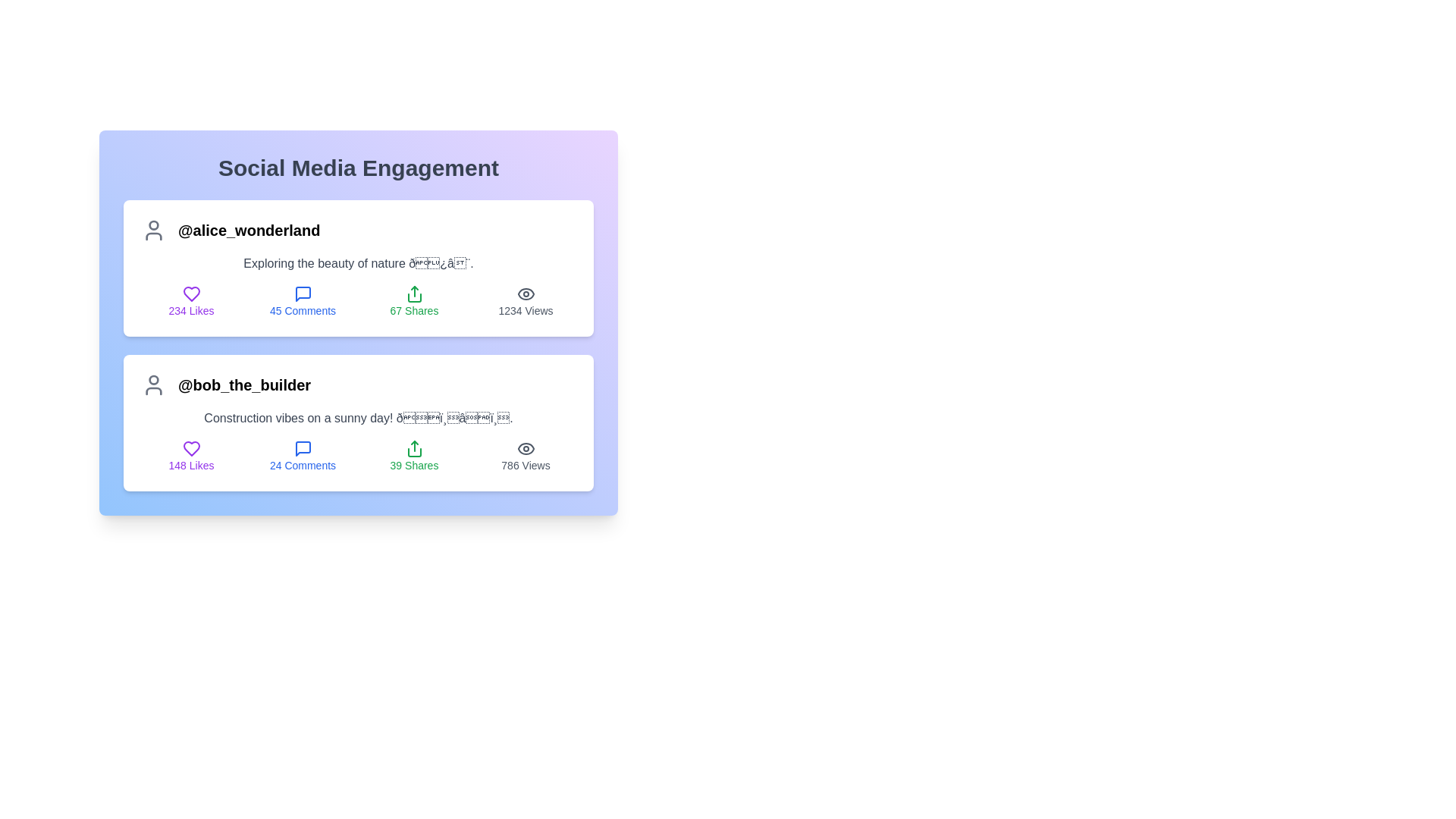 The image size is (1456, 819). What do you see at coordinates (414, 455) in the screenshot?
I see `the share button with an icon and label that shows the share count ('39 Shares') located under '@bob_the_builder's post` at bounding box center [414, 455].